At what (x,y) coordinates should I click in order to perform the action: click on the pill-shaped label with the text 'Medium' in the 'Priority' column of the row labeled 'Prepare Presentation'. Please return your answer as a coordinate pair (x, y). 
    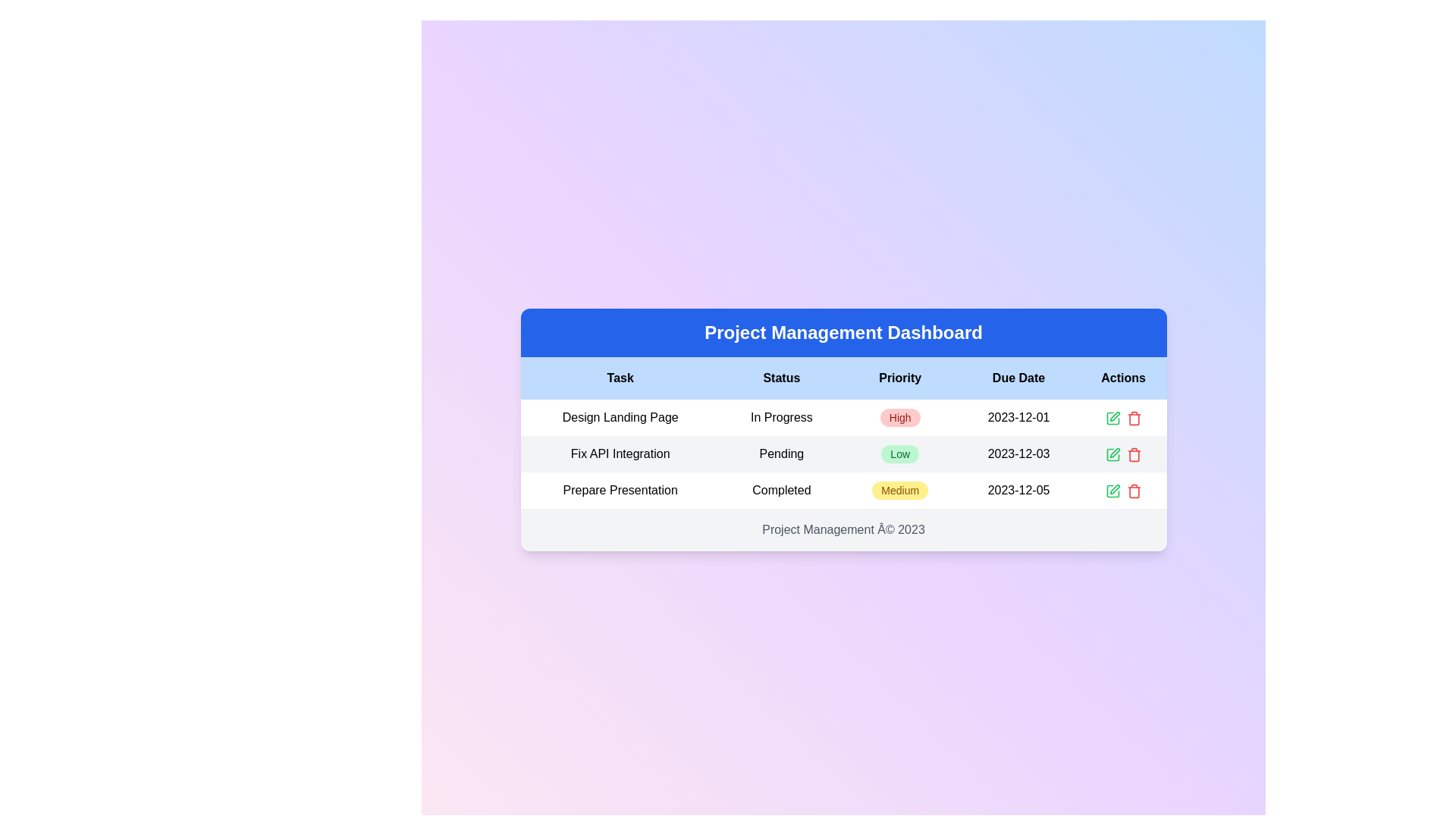
    Looking at the image, I should click on (900, 491).